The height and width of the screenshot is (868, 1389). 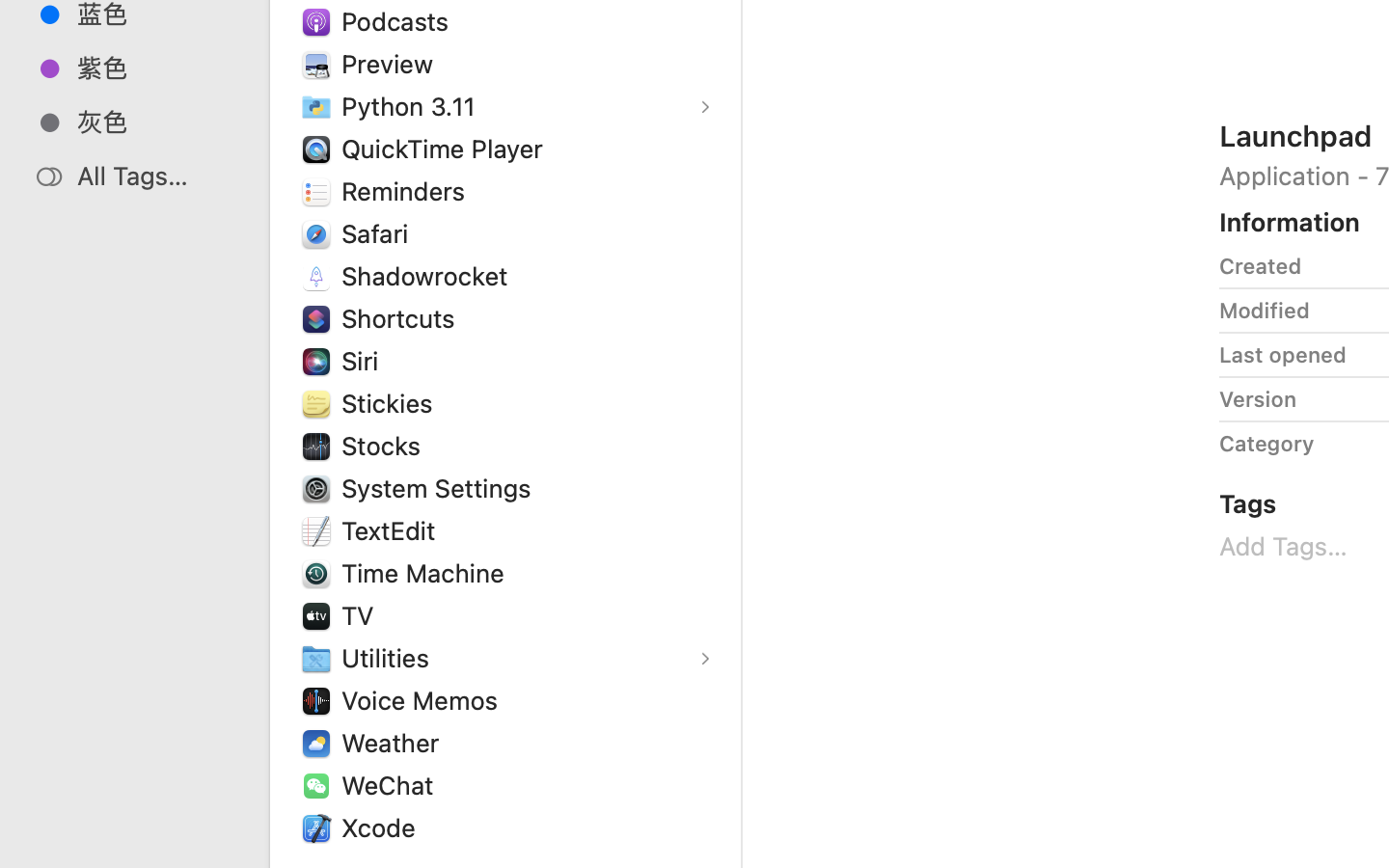 I want to click on '紫色', so click(x=153, y=67).